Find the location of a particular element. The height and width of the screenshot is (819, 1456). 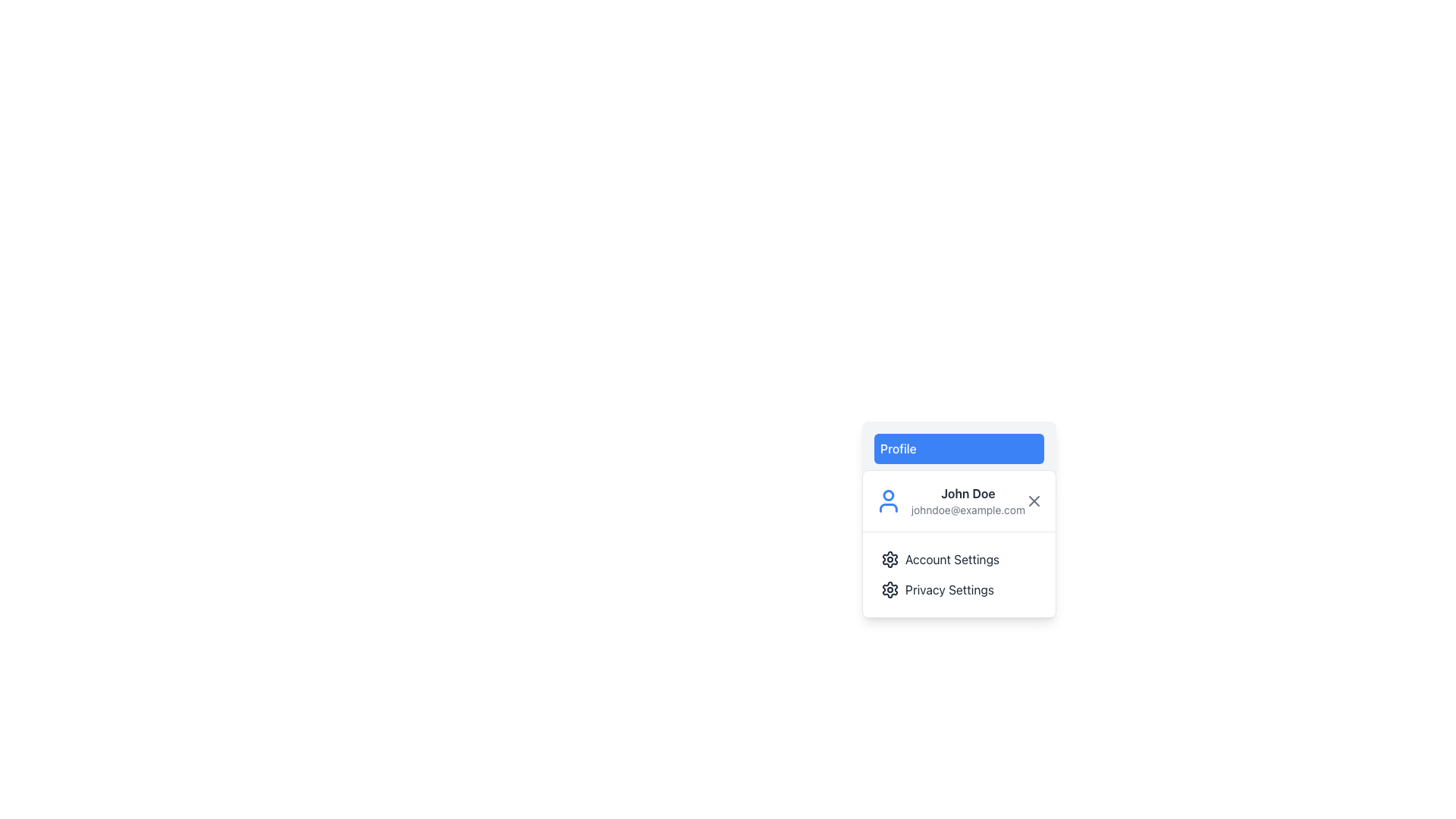

the static text element displaying the user's name in the user account section of the dropdown menu is located at coordinates (967, 494).